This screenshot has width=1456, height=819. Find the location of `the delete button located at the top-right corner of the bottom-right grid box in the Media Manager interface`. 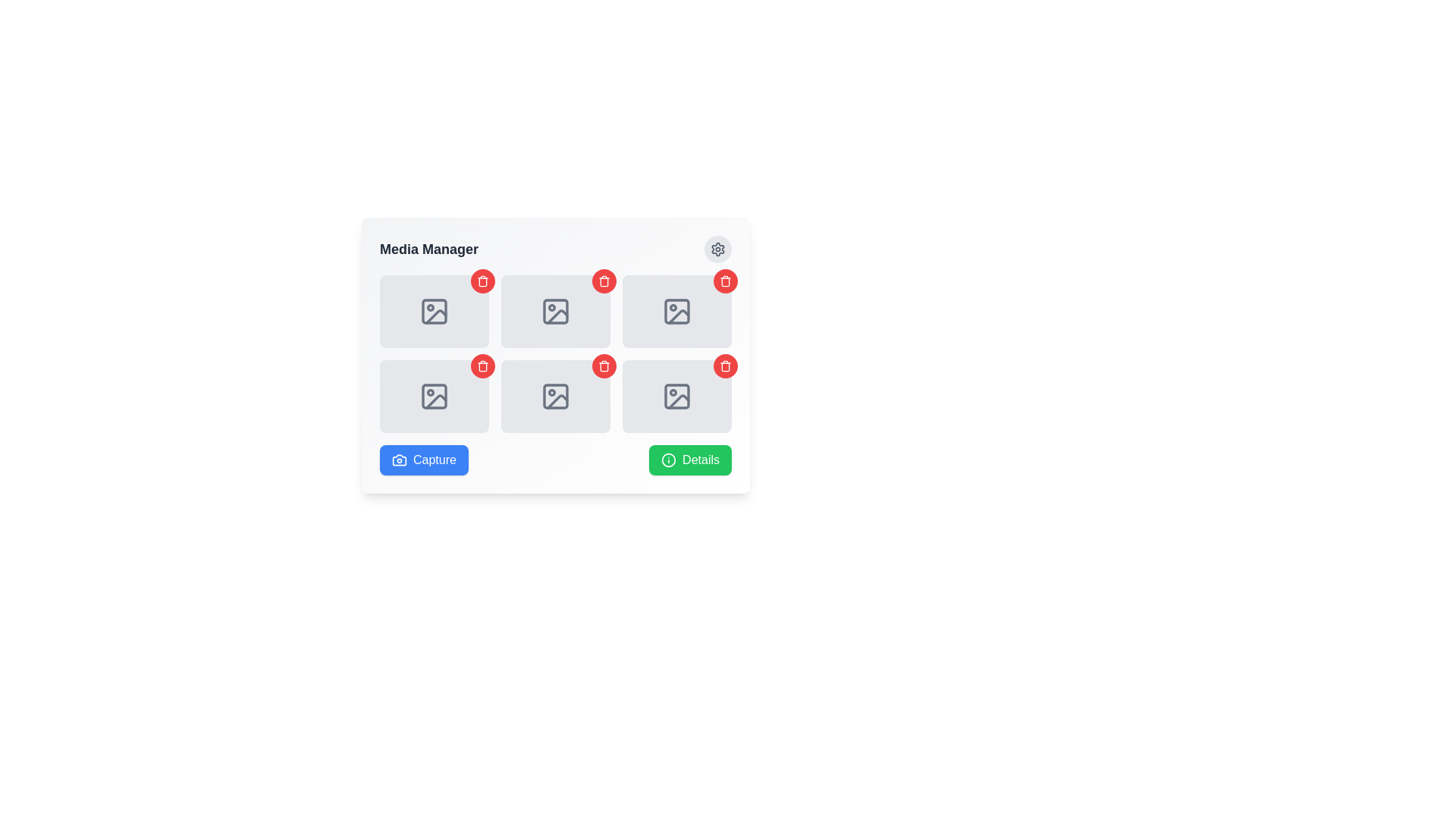

the delete button located at the top-right corner of the bottom-right grid box in the Media Manager interface is located at coordinates (724, 366).